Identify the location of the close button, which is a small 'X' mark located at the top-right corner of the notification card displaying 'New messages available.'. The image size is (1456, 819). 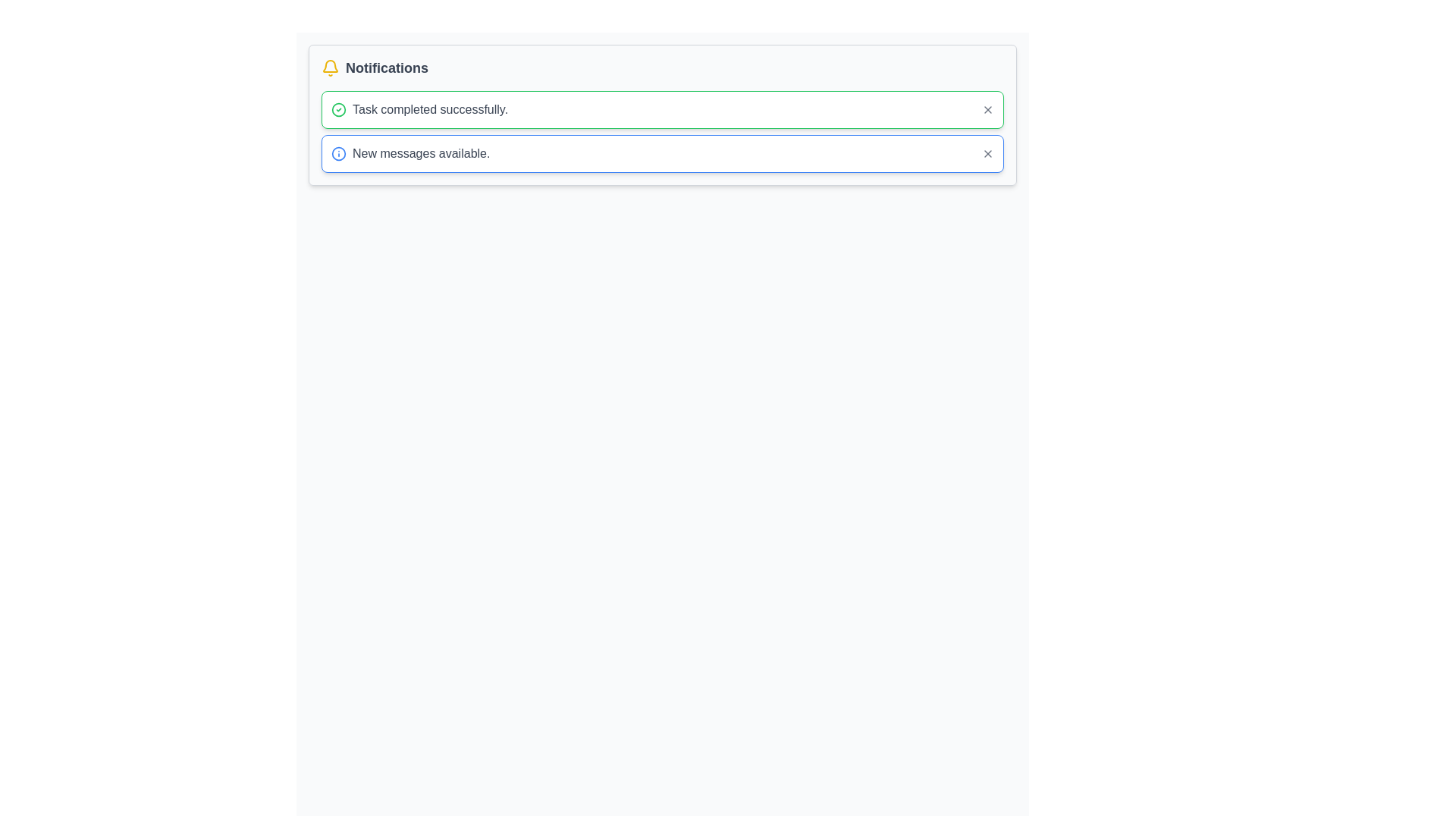
(987, 154).